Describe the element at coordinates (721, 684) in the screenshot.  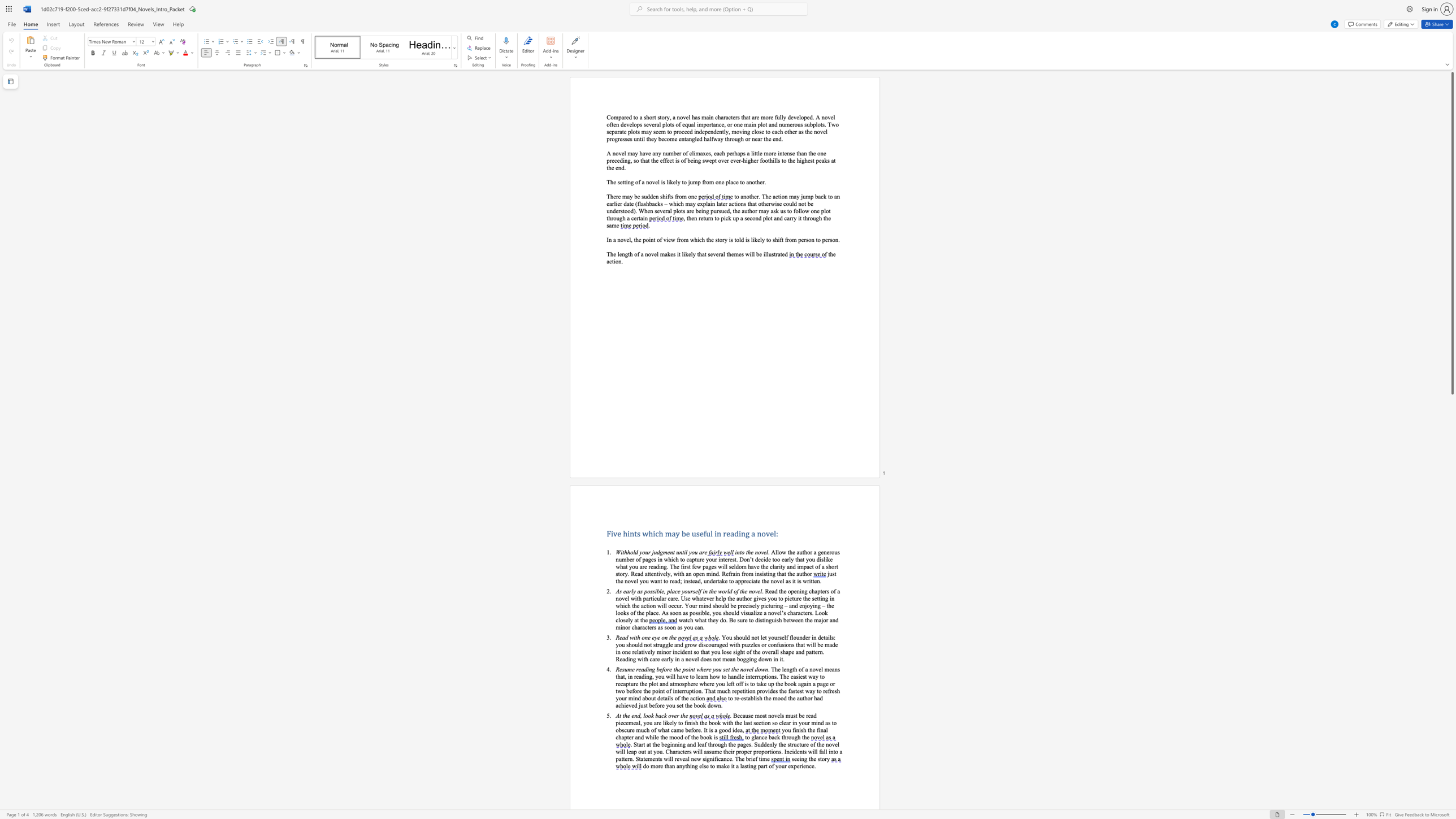
I see `the subset text "u left off is to take up the bo" within the text ". The length of a novel means that, in reading, you will have to learn how to handle interruptions. The easiest way to recapture the plot and atmosphere where you left off is to take up the book again a page or two before the point of interruption. That much repetition"` at that location.